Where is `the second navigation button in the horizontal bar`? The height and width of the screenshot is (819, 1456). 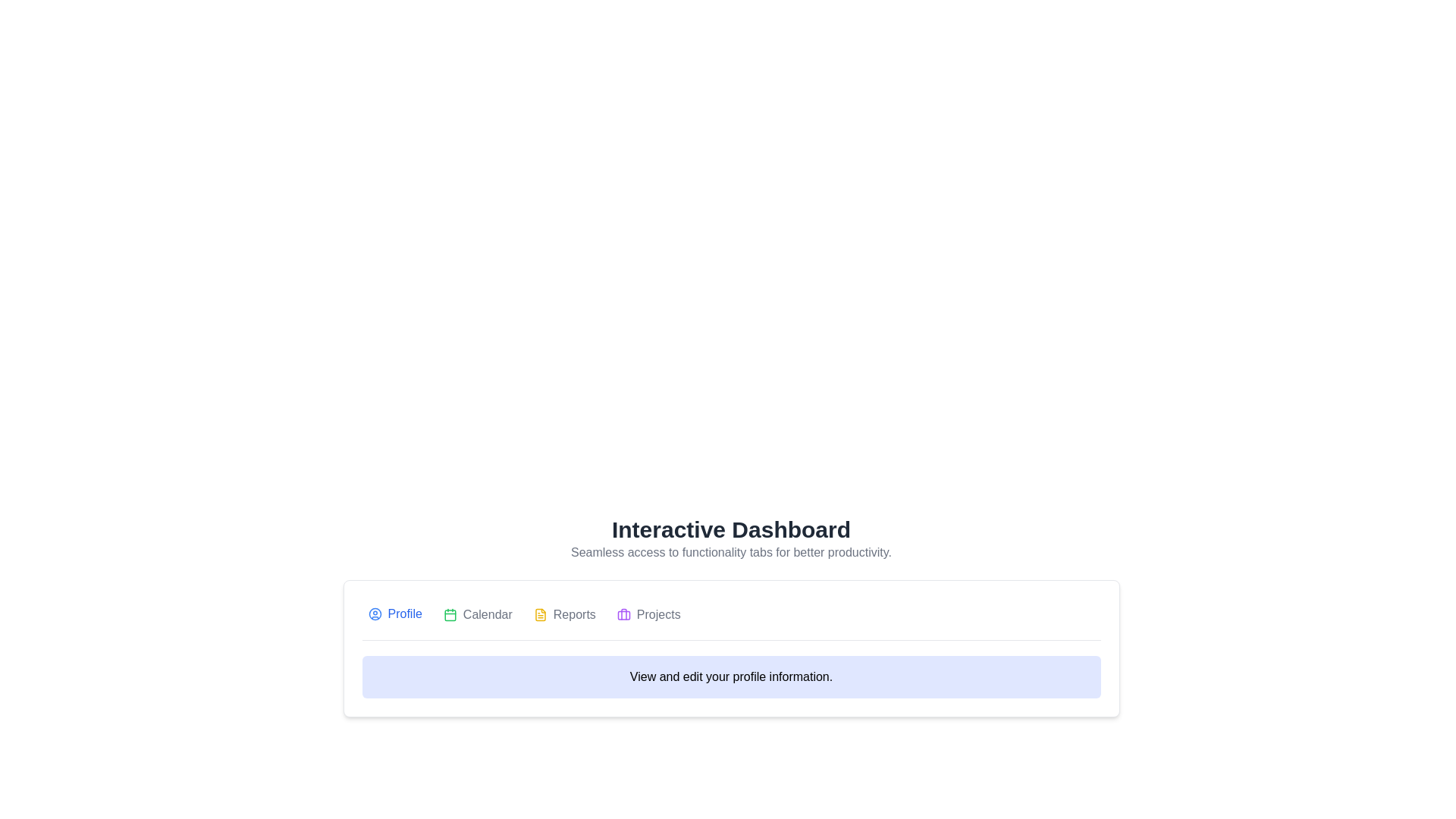
the second navigation button in the horizontal bar is located at coordinates (477, 614).